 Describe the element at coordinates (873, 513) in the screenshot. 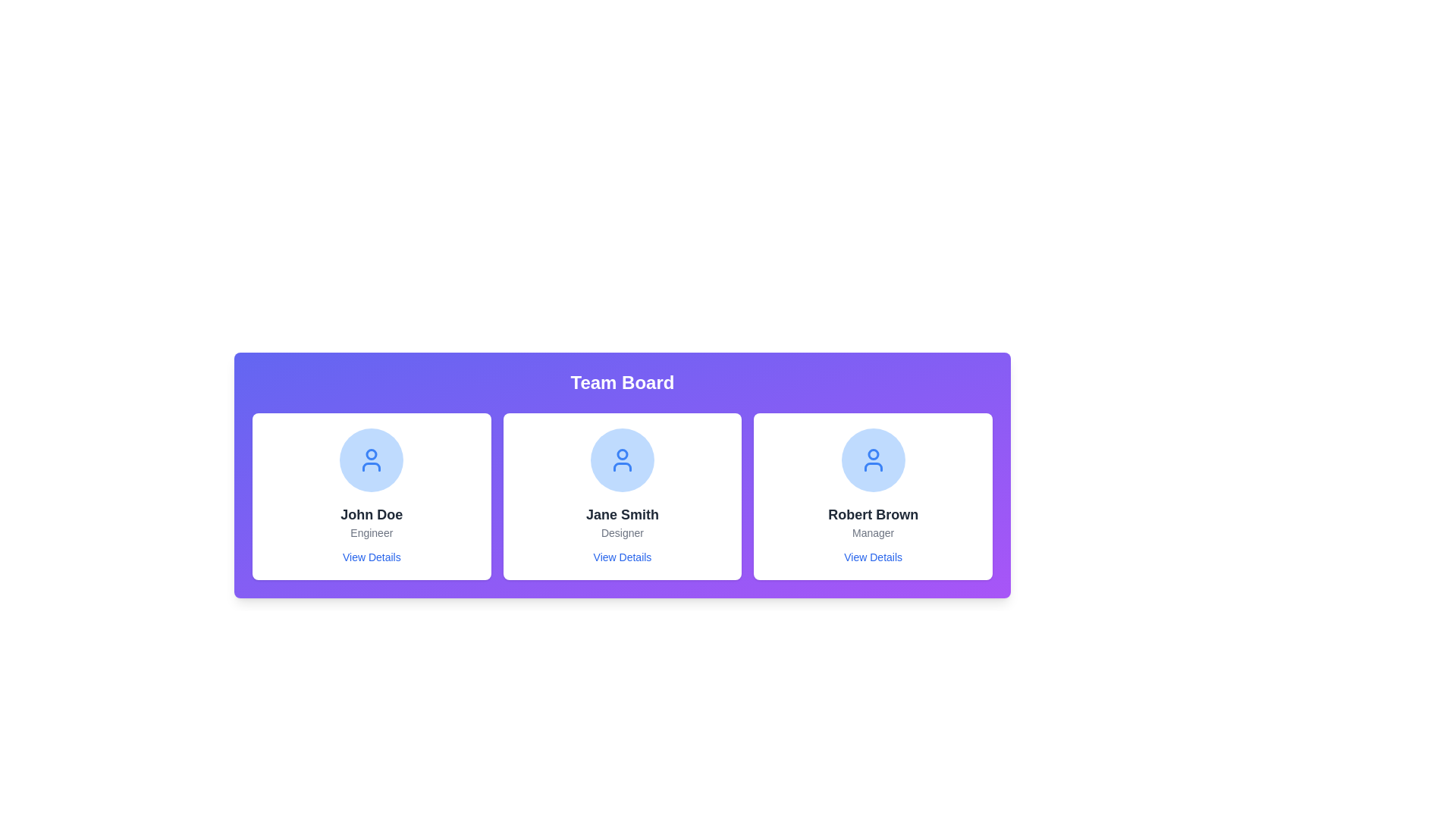

I see `the label displaying the name 'Robert Brown', located beneath the circular avatar icon and above the designation label 'Manager'` at that location.